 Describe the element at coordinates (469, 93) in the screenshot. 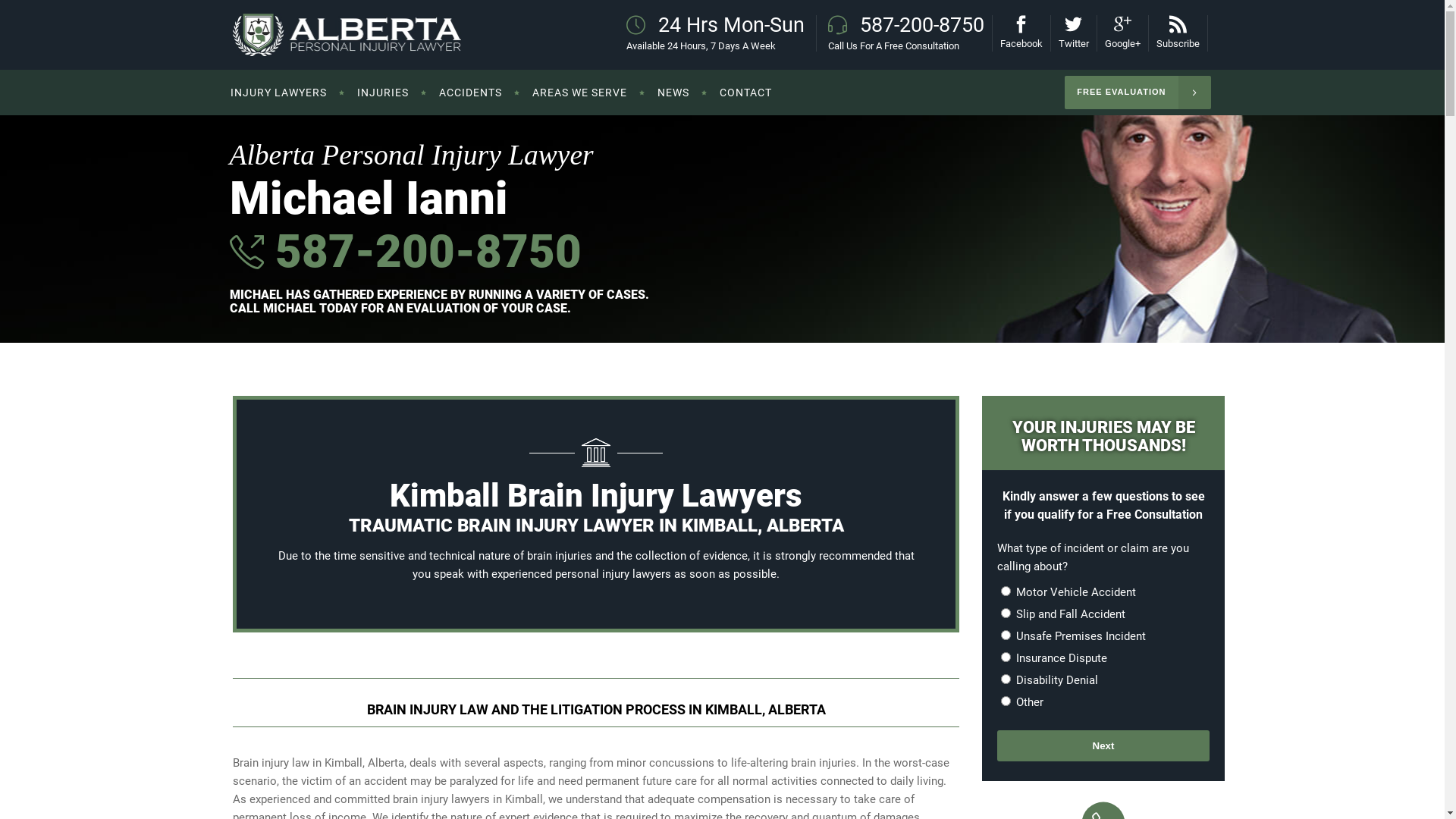

I see `'ACCIDENTS'` at that location.